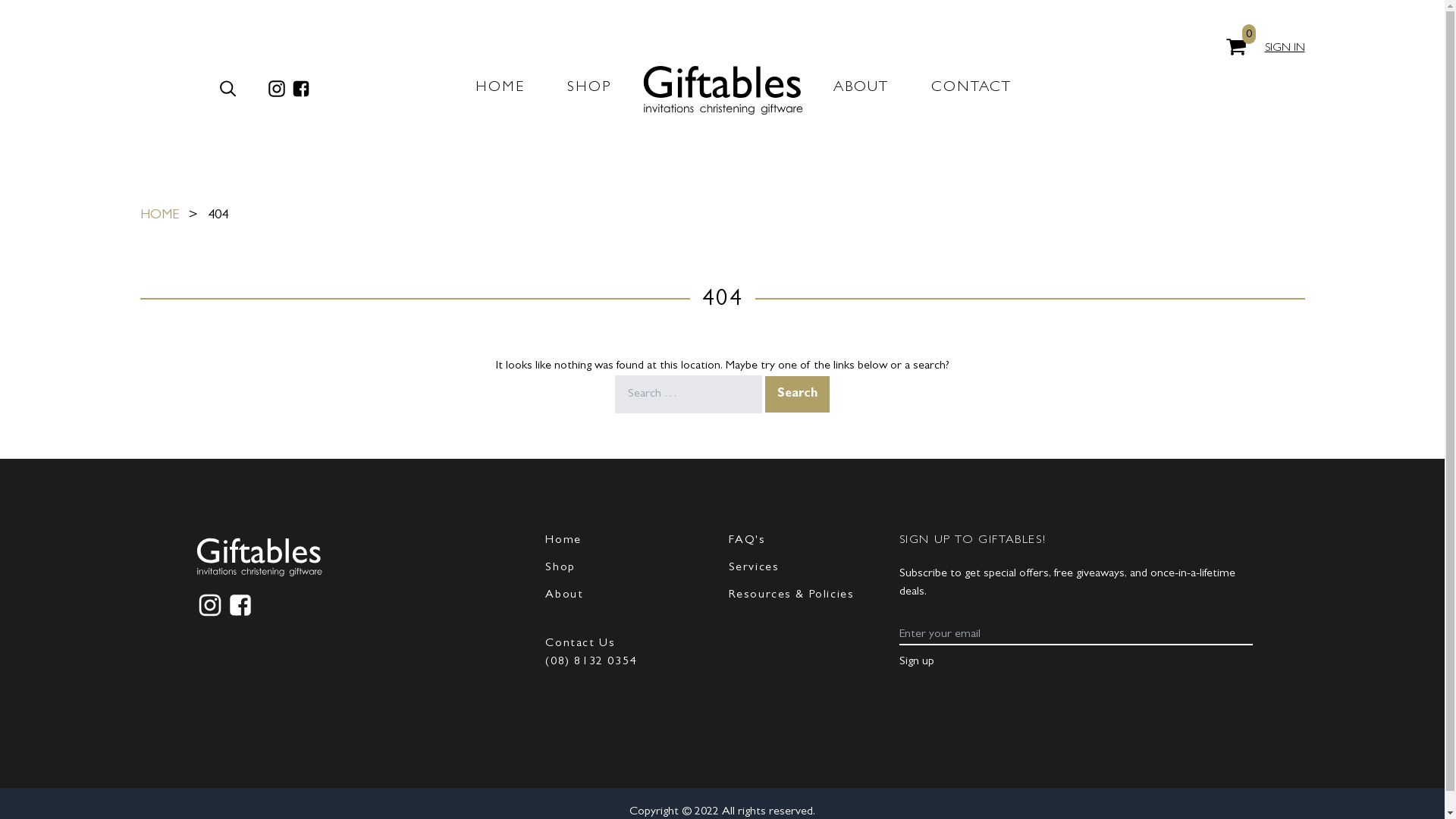 The width and height of the screenshot is (1456, 819). What do you see at coordinates (971, 88) in the screenshot?
I see `'CONTACT'` at bounding box center [971, 88].